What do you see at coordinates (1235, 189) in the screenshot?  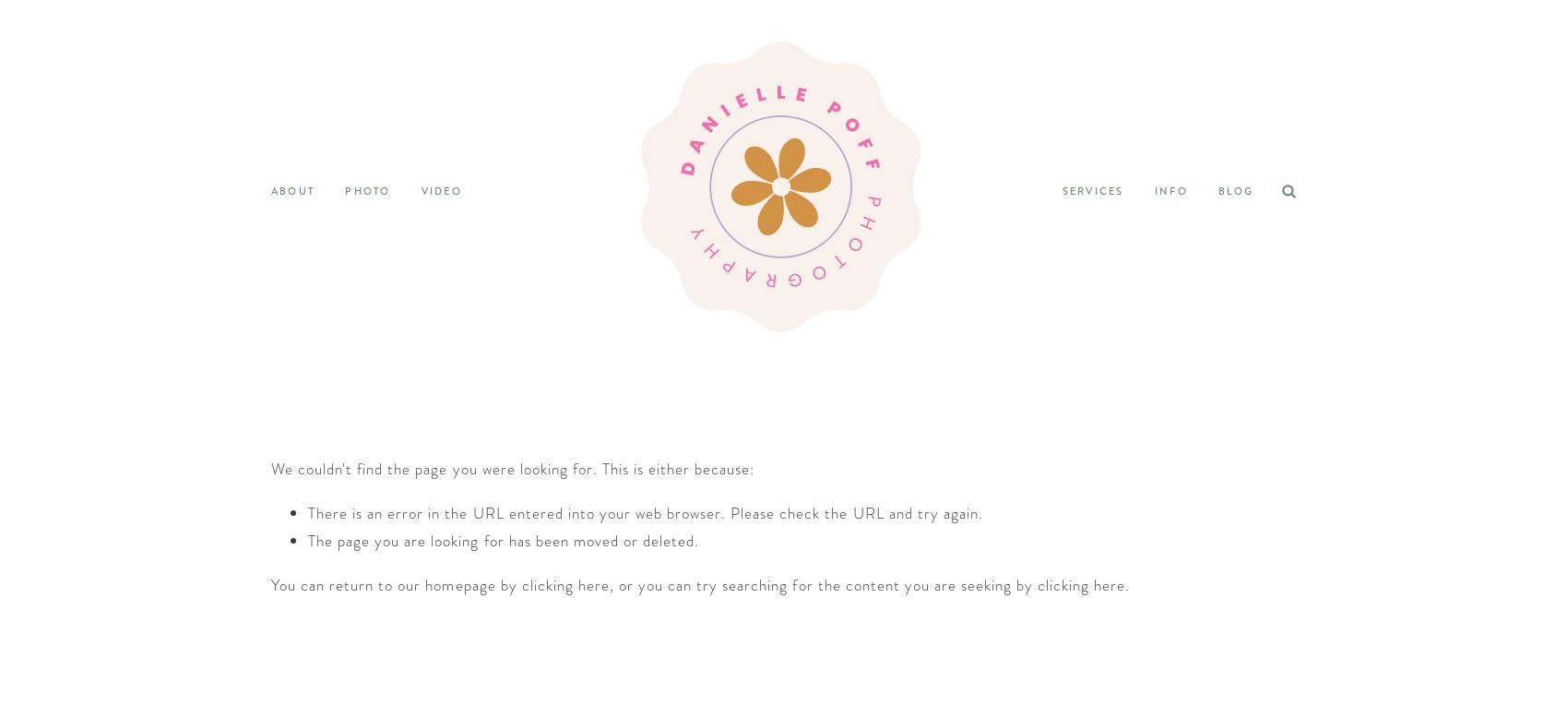 I see `'Blog'` at bounding box center [1235, 189].